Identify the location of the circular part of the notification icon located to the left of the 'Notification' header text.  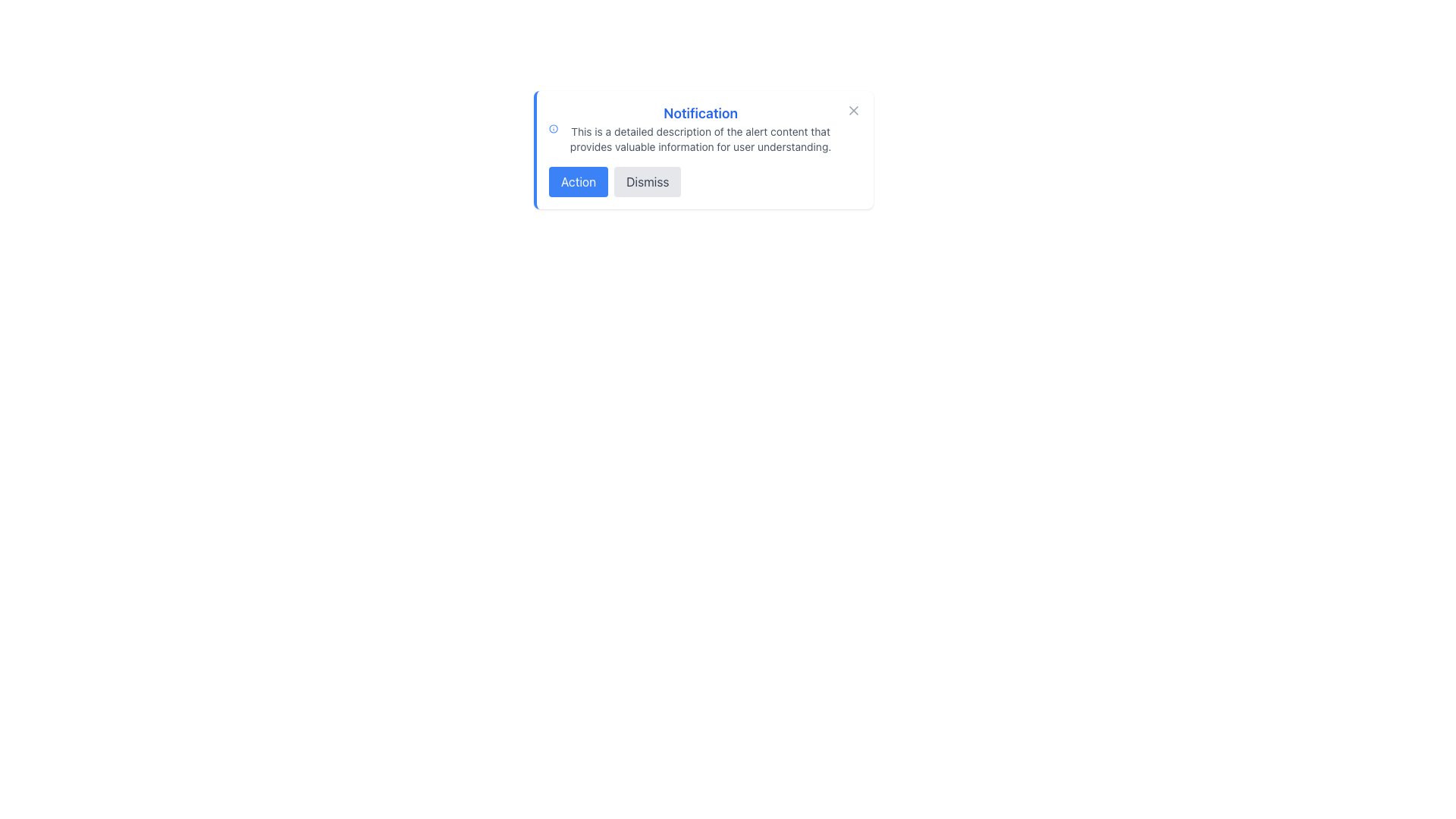
(553, 127).